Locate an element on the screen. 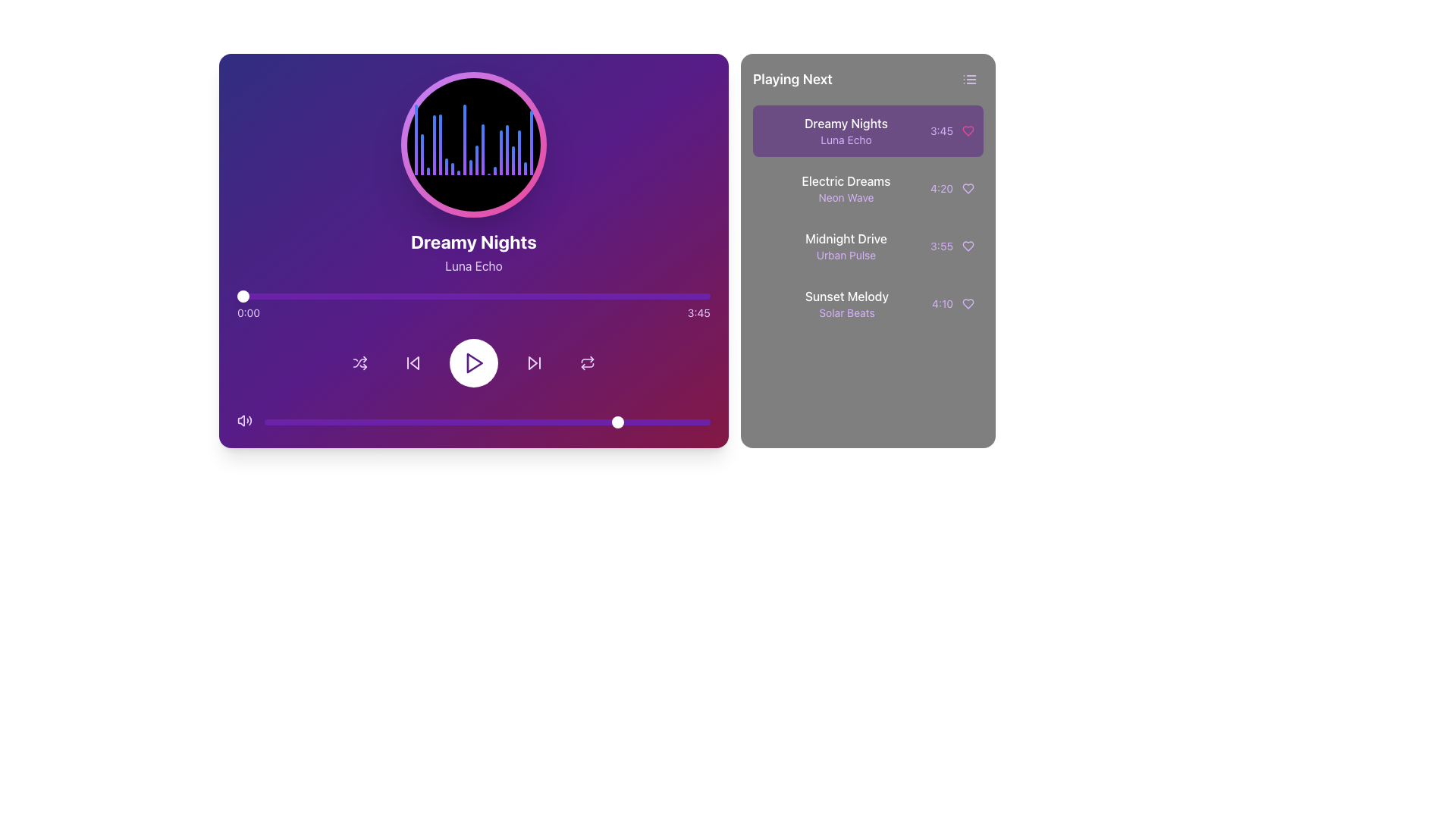 The width and height of the screenshot is (1456, 819). the 'Previous' button is located at coordinates (413, 362).